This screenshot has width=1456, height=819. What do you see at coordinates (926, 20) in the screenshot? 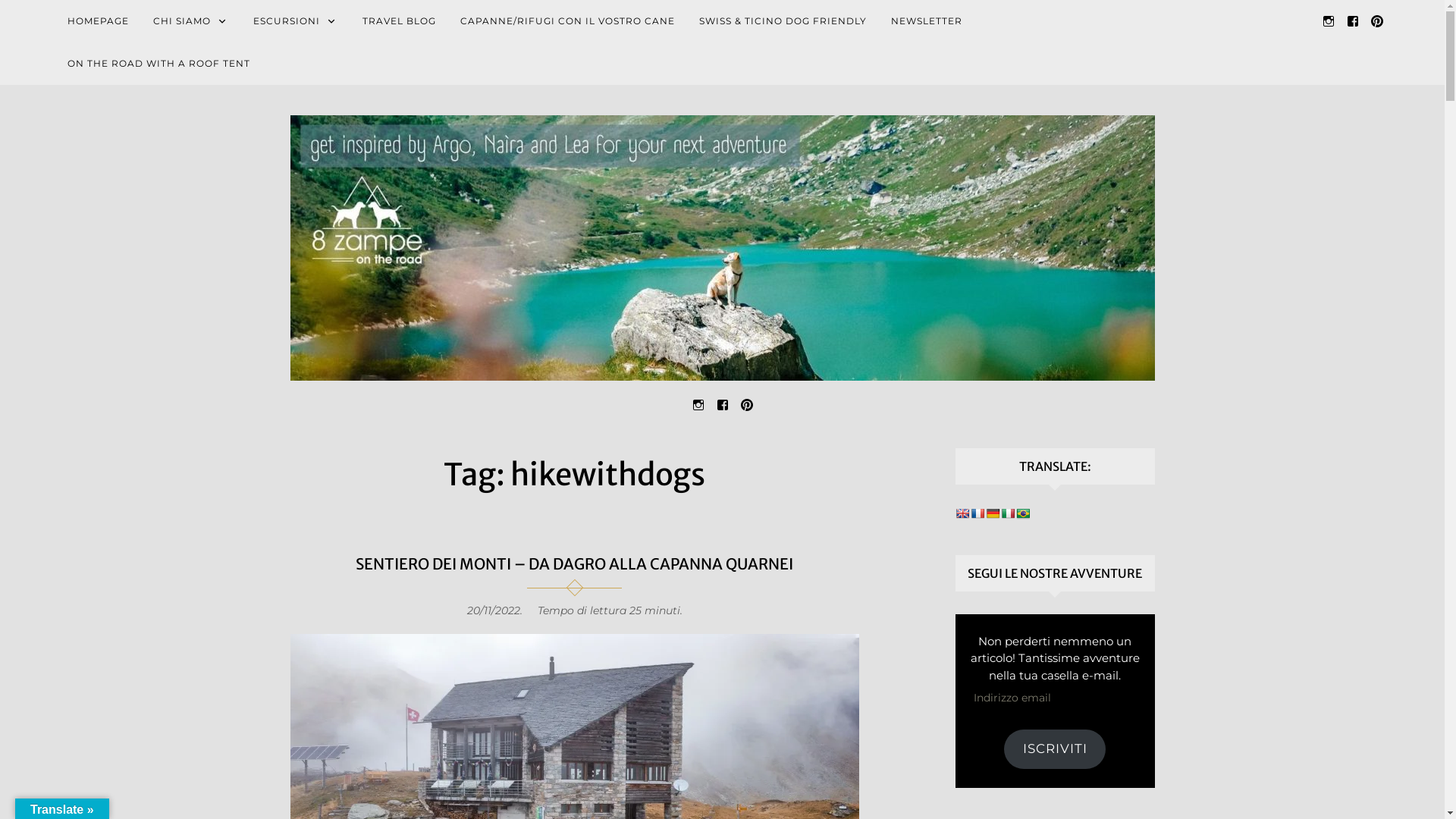
I see `'NEWSLETTER'` at bounding box center [926, 20].